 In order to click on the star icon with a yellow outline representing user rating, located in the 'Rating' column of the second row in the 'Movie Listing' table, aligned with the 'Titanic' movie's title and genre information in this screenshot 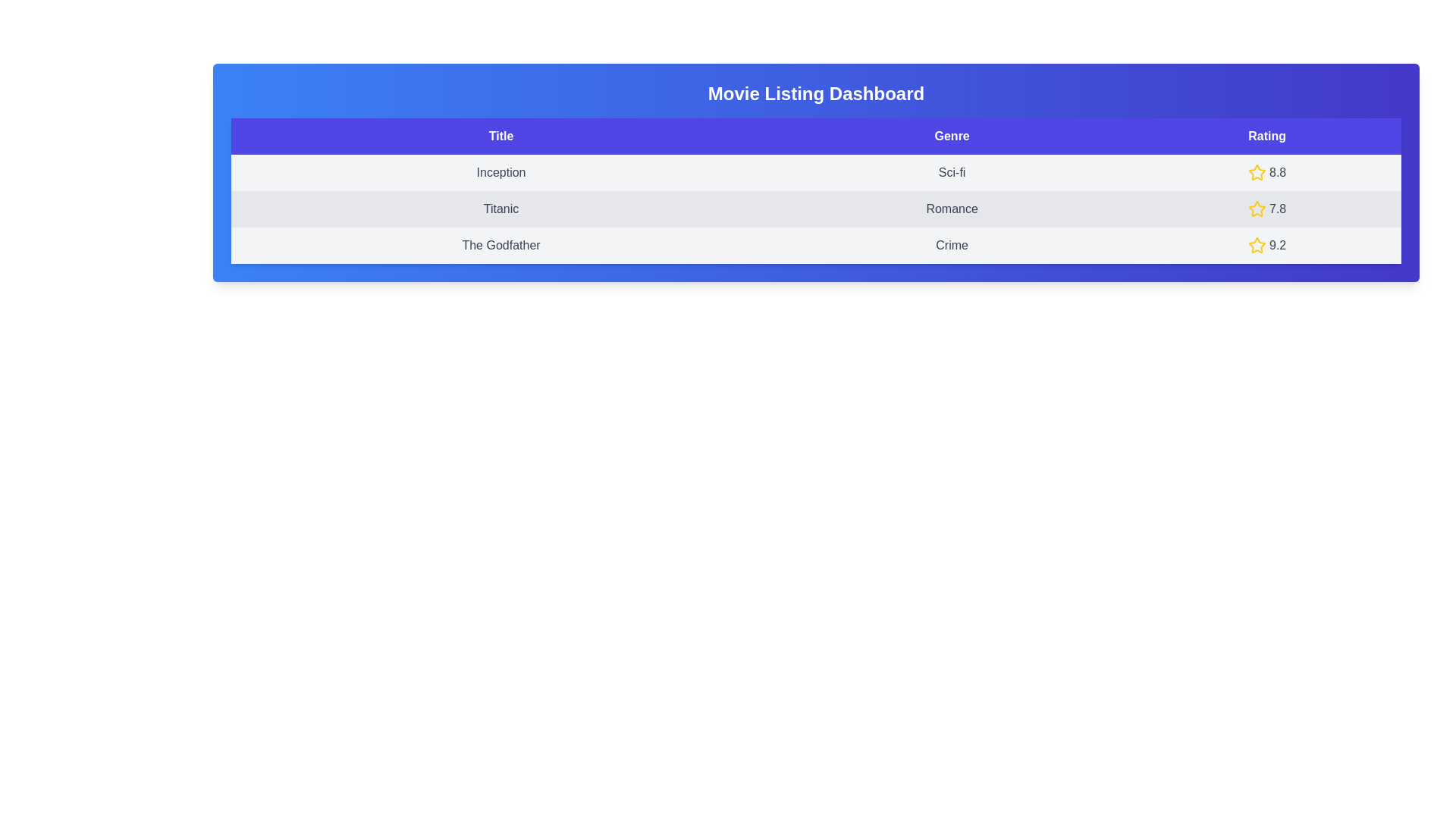, I will do `click(1257, 209)`.